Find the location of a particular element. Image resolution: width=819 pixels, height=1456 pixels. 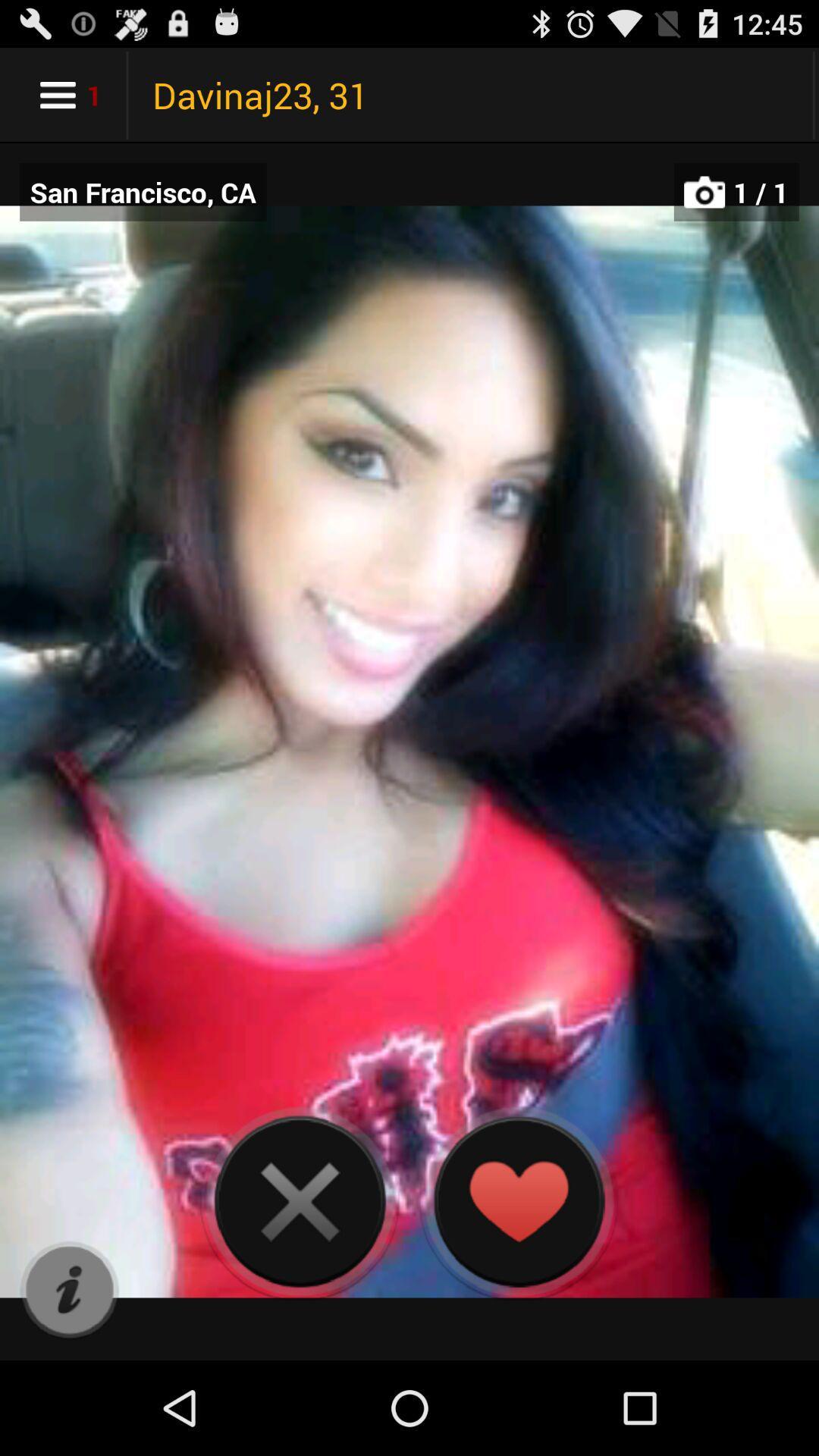

the app below the san francisco, ca app is located at coordinates (69, 1290).